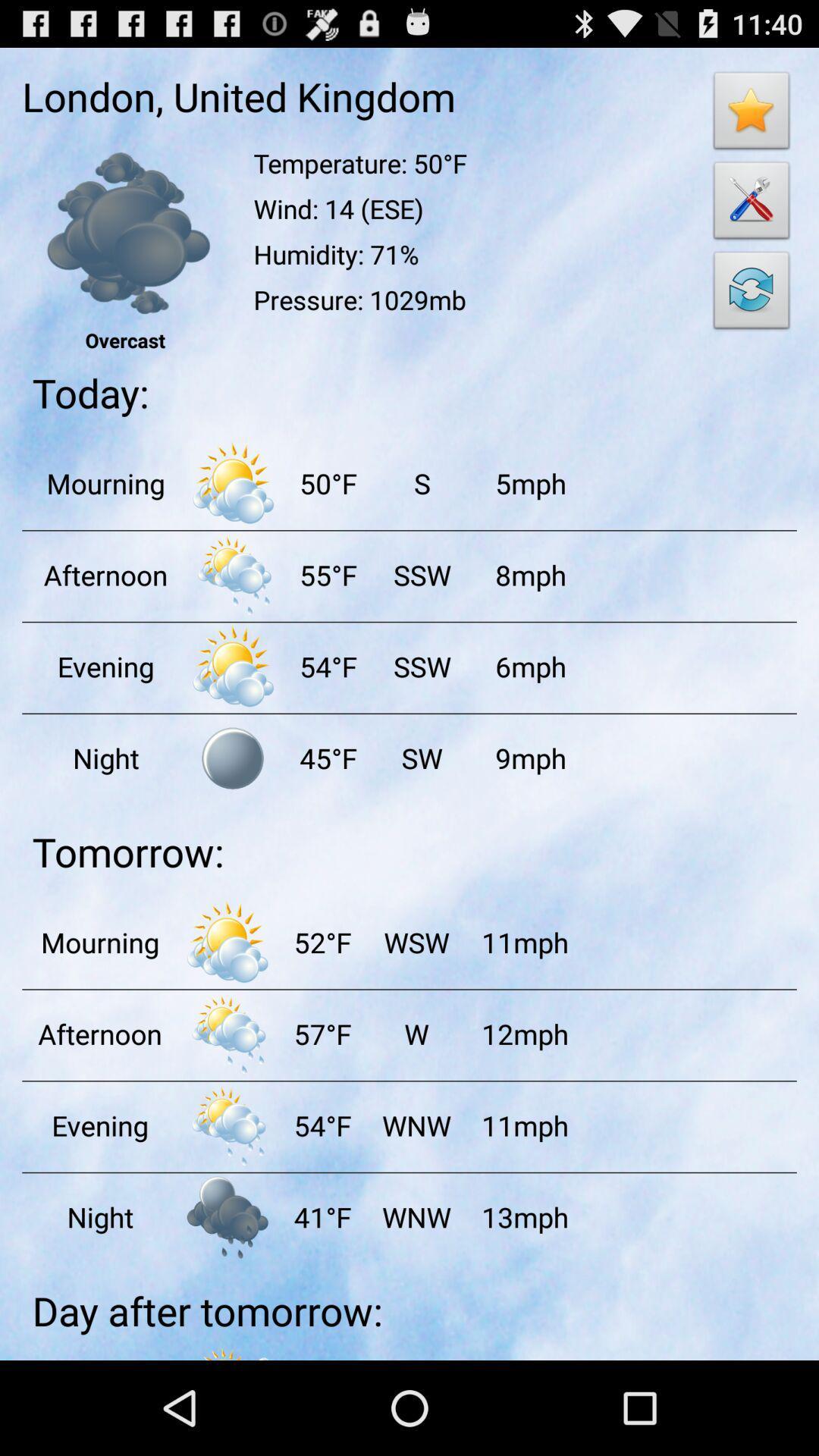 The image size is (819, 1456). What do you see at coordinates (233, 758) in the screenshot?
I see `browsing` at bounding box center [233, 758].